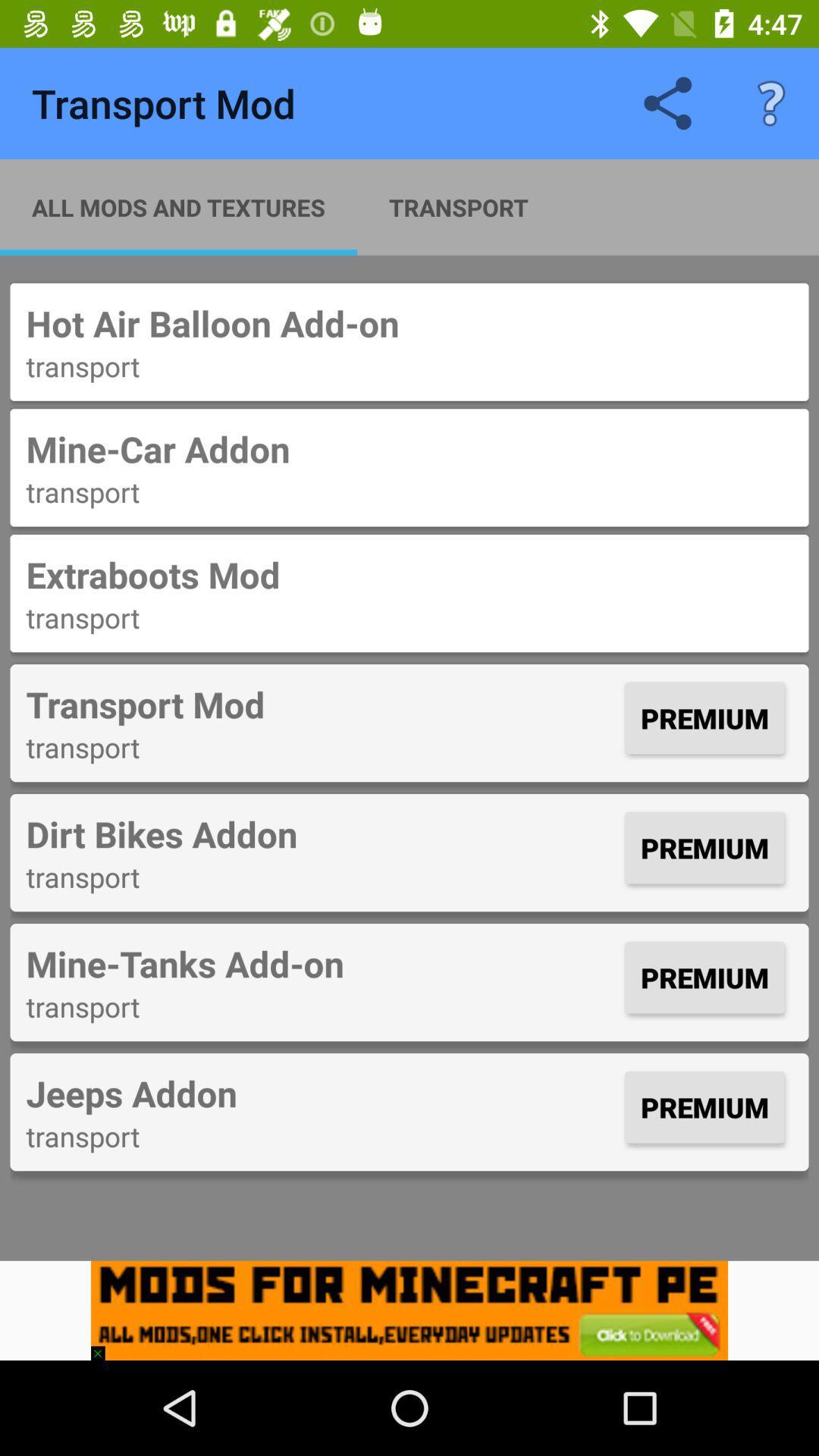 This screenshot has width=819, height=1456. I want to click on icon above the transport item, so click(321, 1093).